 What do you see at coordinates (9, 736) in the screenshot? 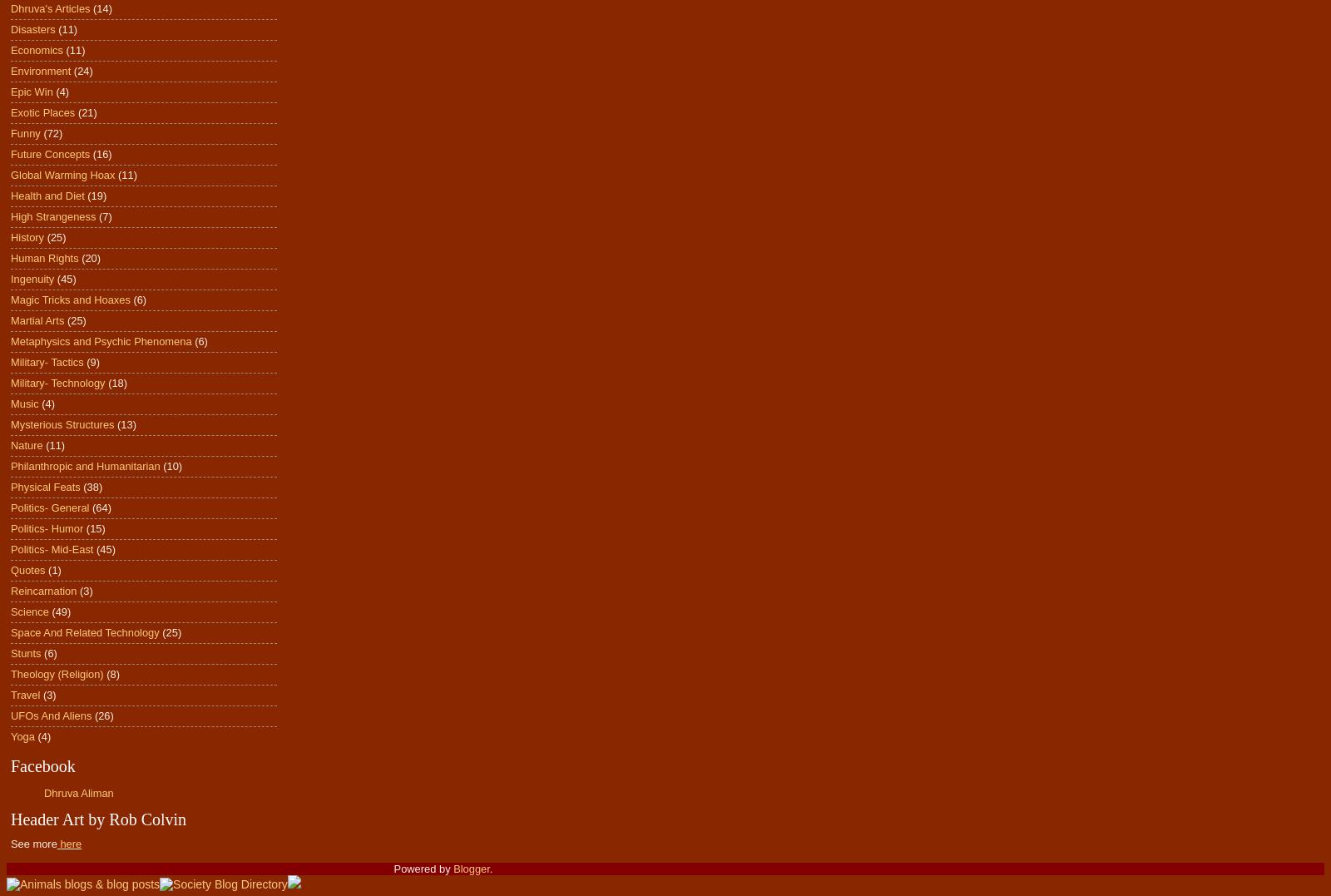
I see `'Yoga'` at bounding box center [9, 736].